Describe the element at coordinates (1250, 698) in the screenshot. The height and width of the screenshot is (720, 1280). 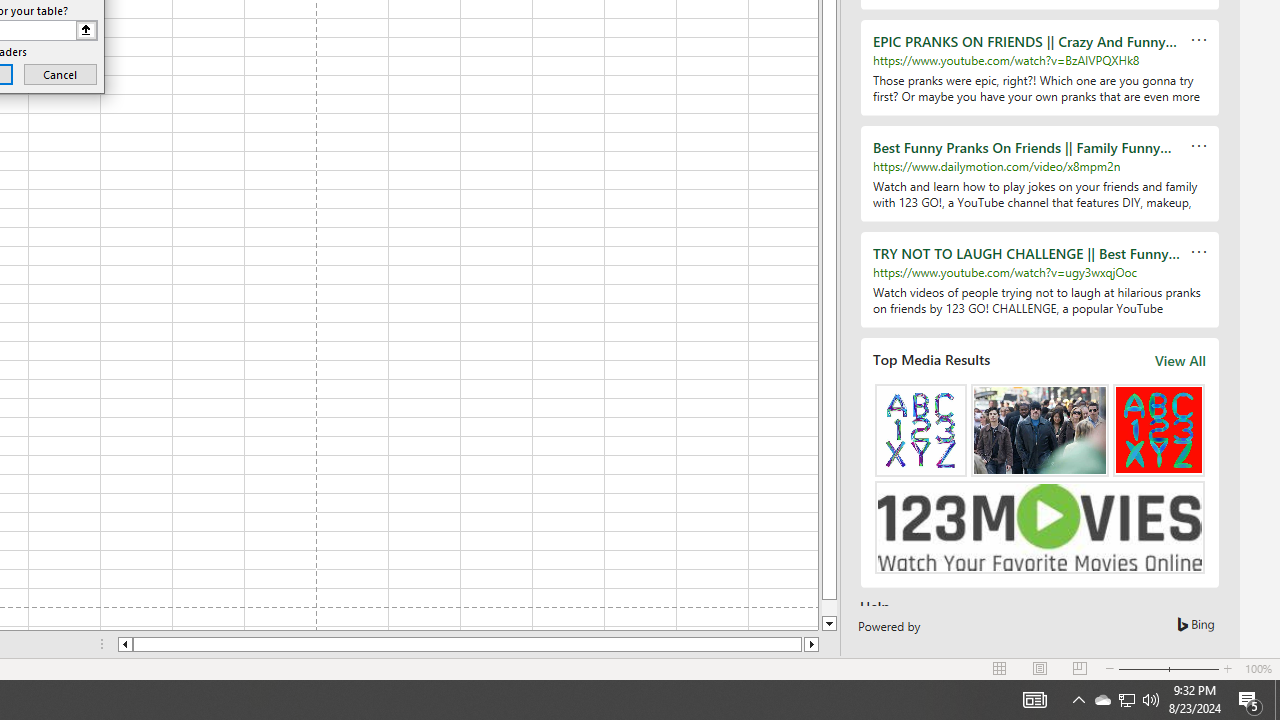
I see `'Action Center, 5 new notifications'` at that location.